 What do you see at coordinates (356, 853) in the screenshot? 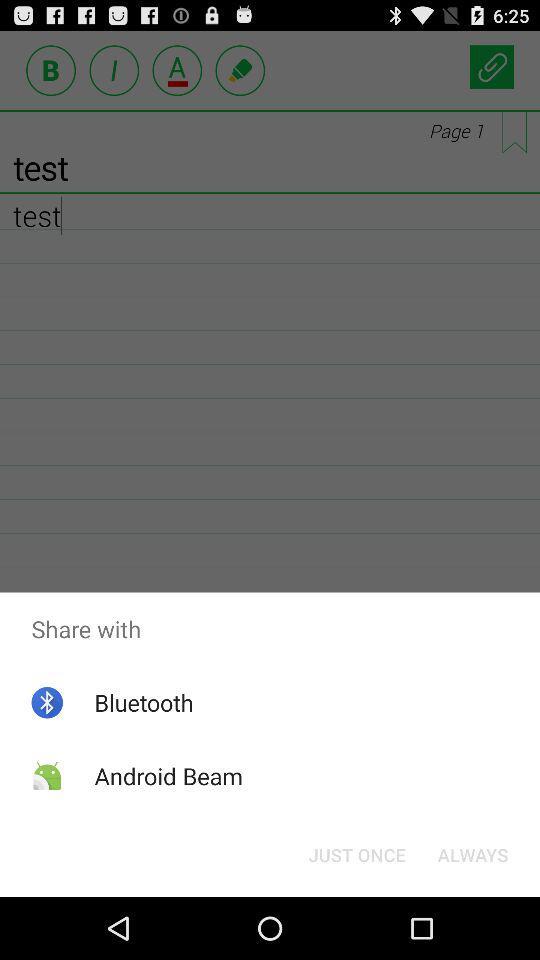
I see `icon next to the always item` at bounding box center [356, 853].